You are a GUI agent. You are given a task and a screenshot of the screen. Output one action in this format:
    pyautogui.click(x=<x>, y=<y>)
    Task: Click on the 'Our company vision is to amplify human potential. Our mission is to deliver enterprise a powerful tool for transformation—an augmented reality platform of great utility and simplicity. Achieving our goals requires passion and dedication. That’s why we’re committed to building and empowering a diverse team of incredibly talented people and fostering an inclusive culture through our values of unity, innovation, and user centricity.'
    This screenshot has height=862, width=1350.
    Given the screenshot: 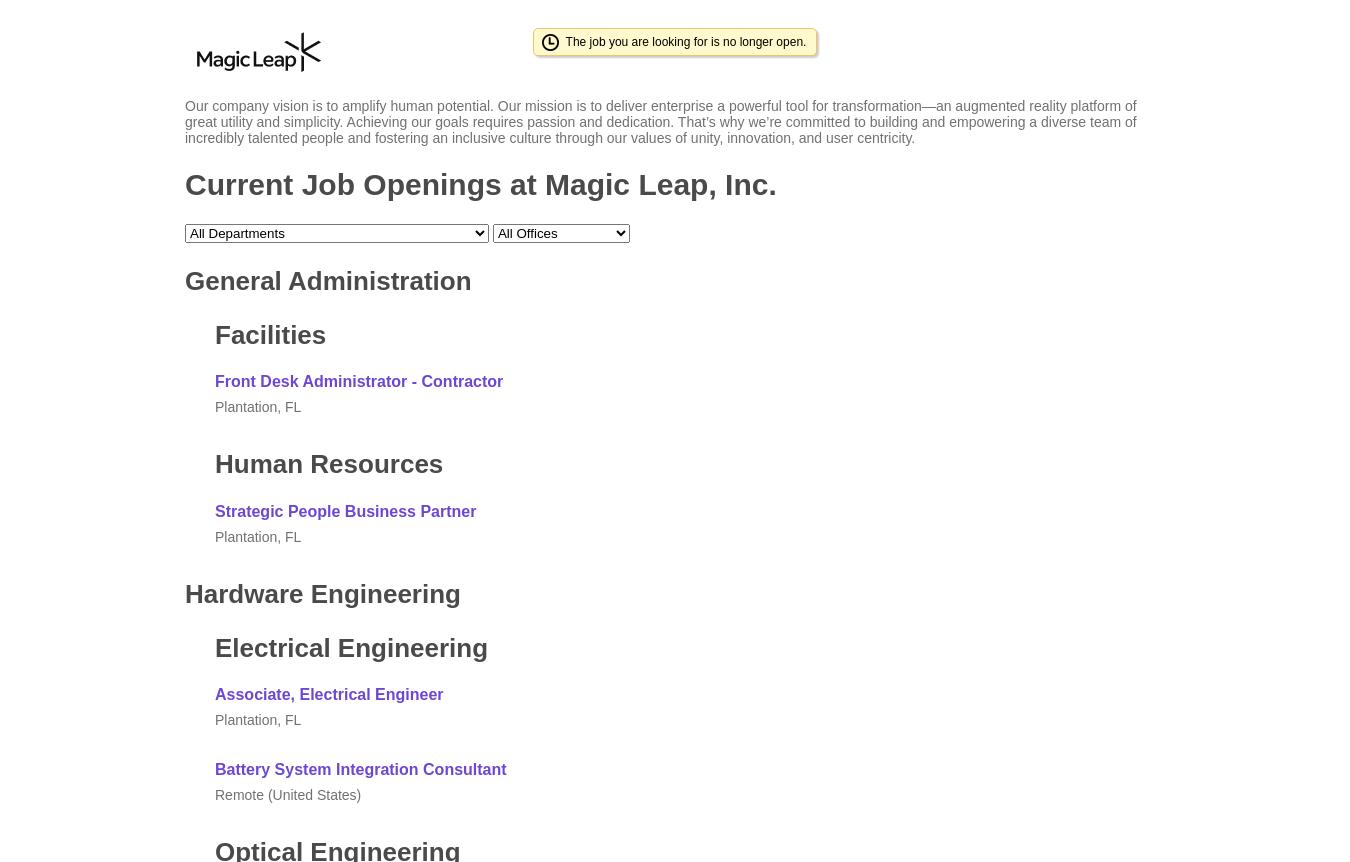 What is the action you would take?
    pyautogui.click(x=660, y=120)
    